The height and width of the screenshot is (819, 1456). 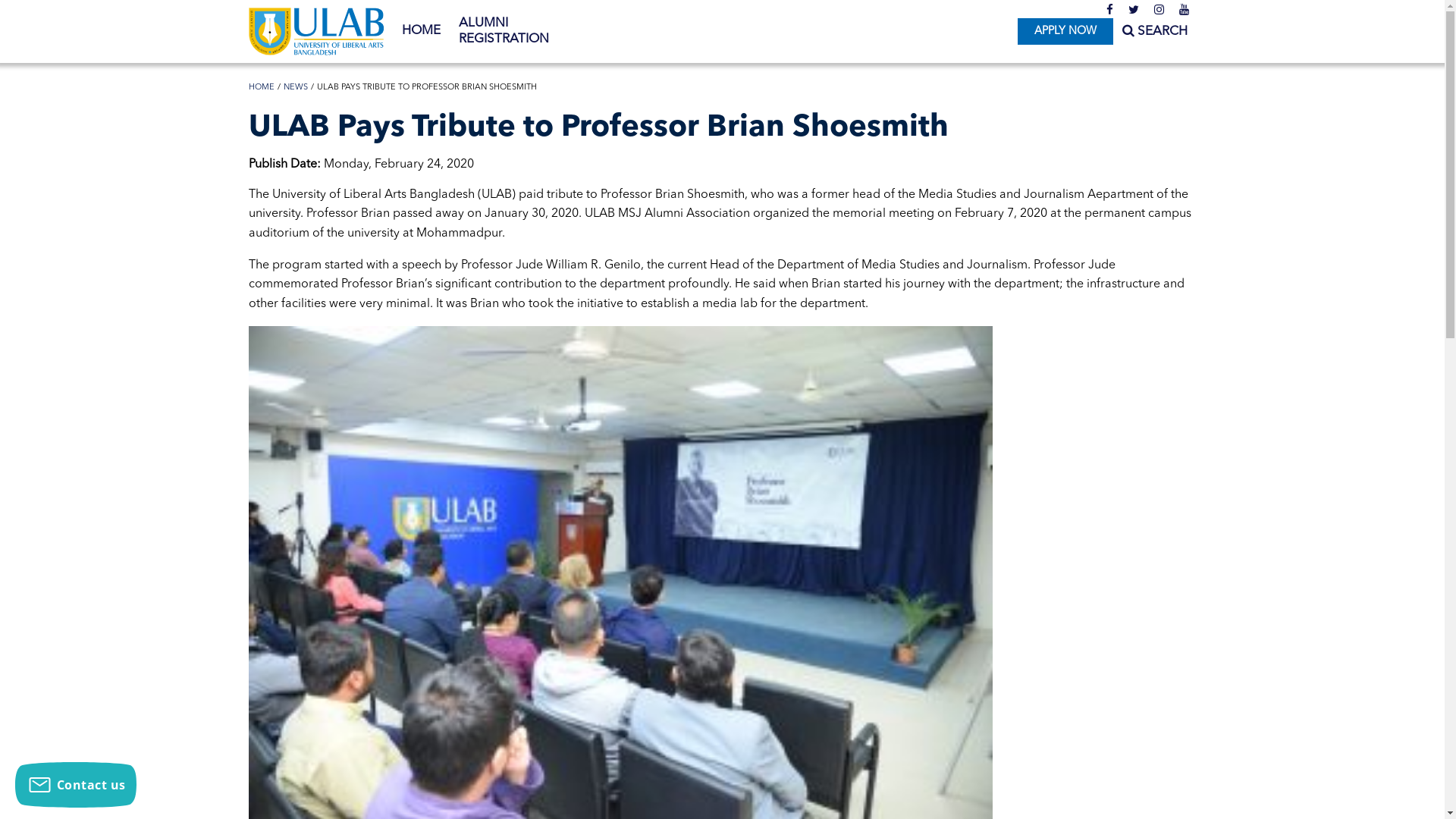 What do you see at coordinates (1064, 31) in the screenshot?
I see `'APPLY NOW'` at bounding box center [1064, 31].